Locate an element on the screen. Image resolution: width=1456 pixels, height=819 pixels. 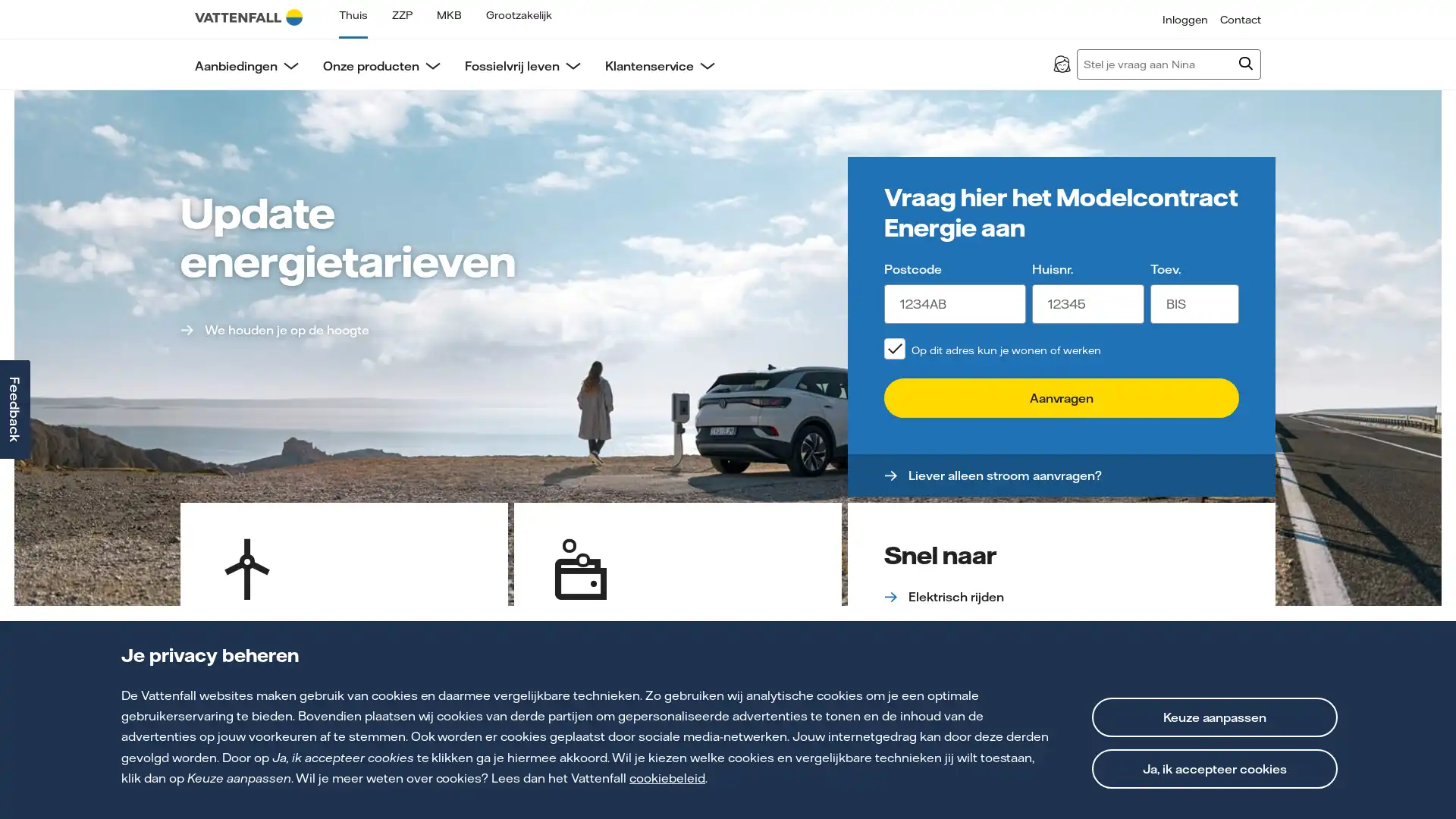
Ja, ik accepteer cookies is located at coordinates (1215, 769).